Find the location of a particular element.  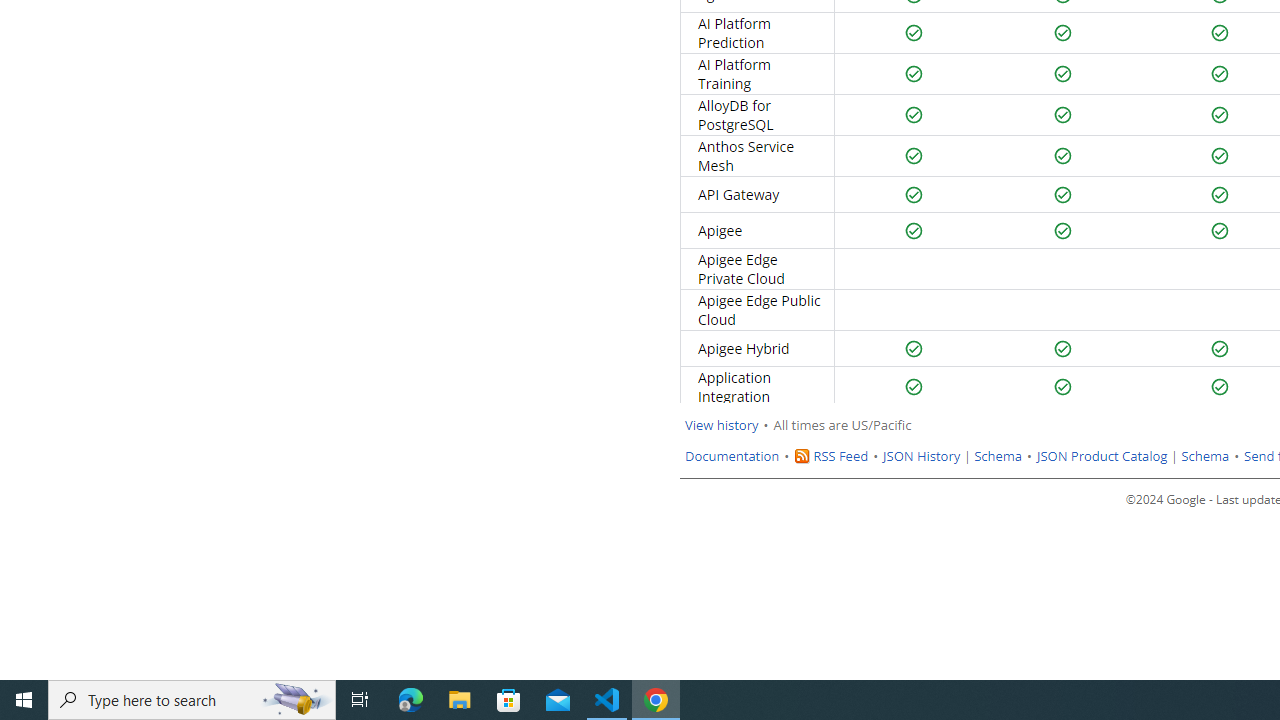

'JSON History' is located at coordinates (921, 456).